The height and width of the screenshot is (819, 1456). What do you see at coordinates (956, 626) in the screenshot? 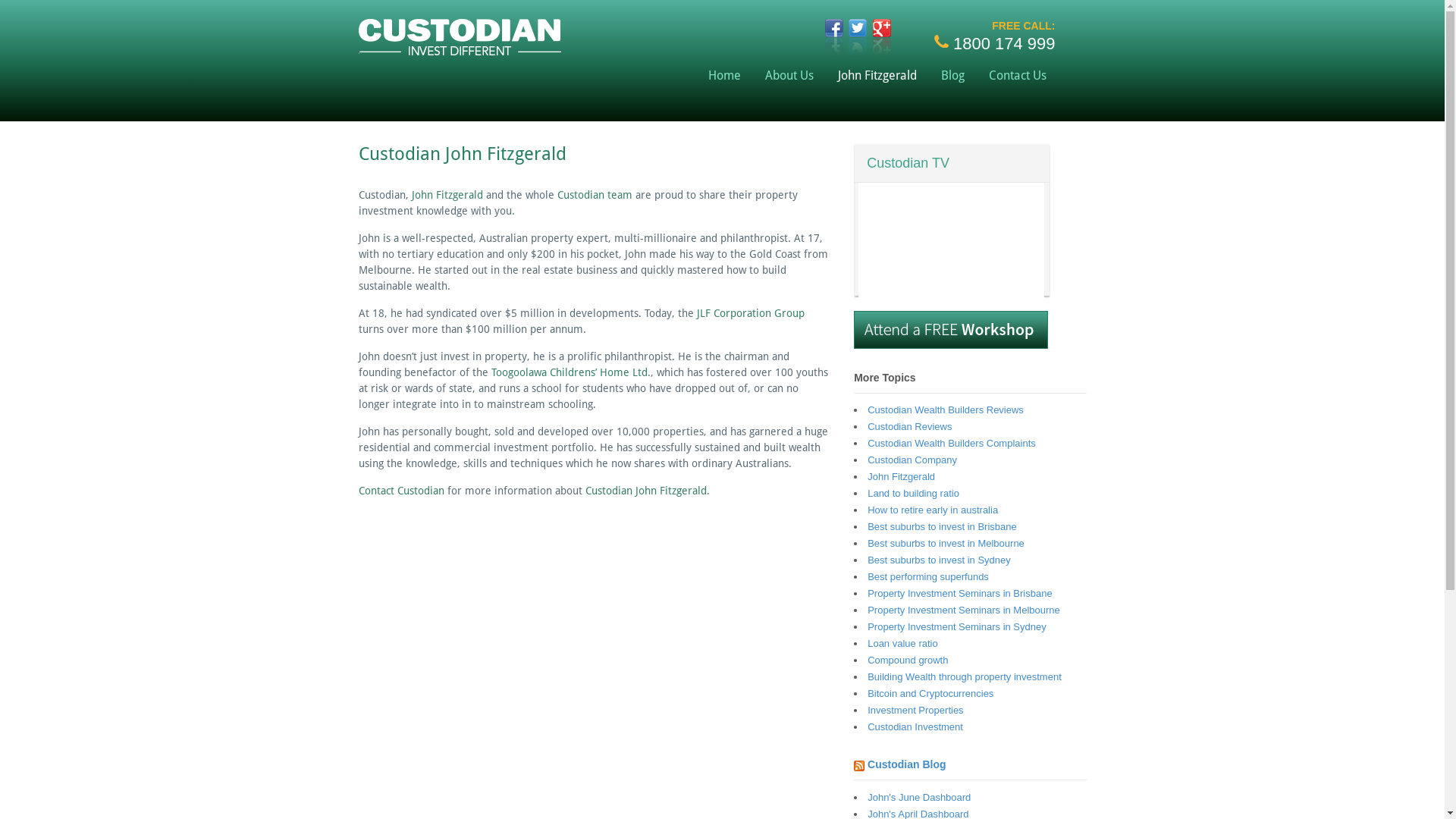
I see `'Property Investment Seminars in Sydney'` at bounding box center [956, 626].